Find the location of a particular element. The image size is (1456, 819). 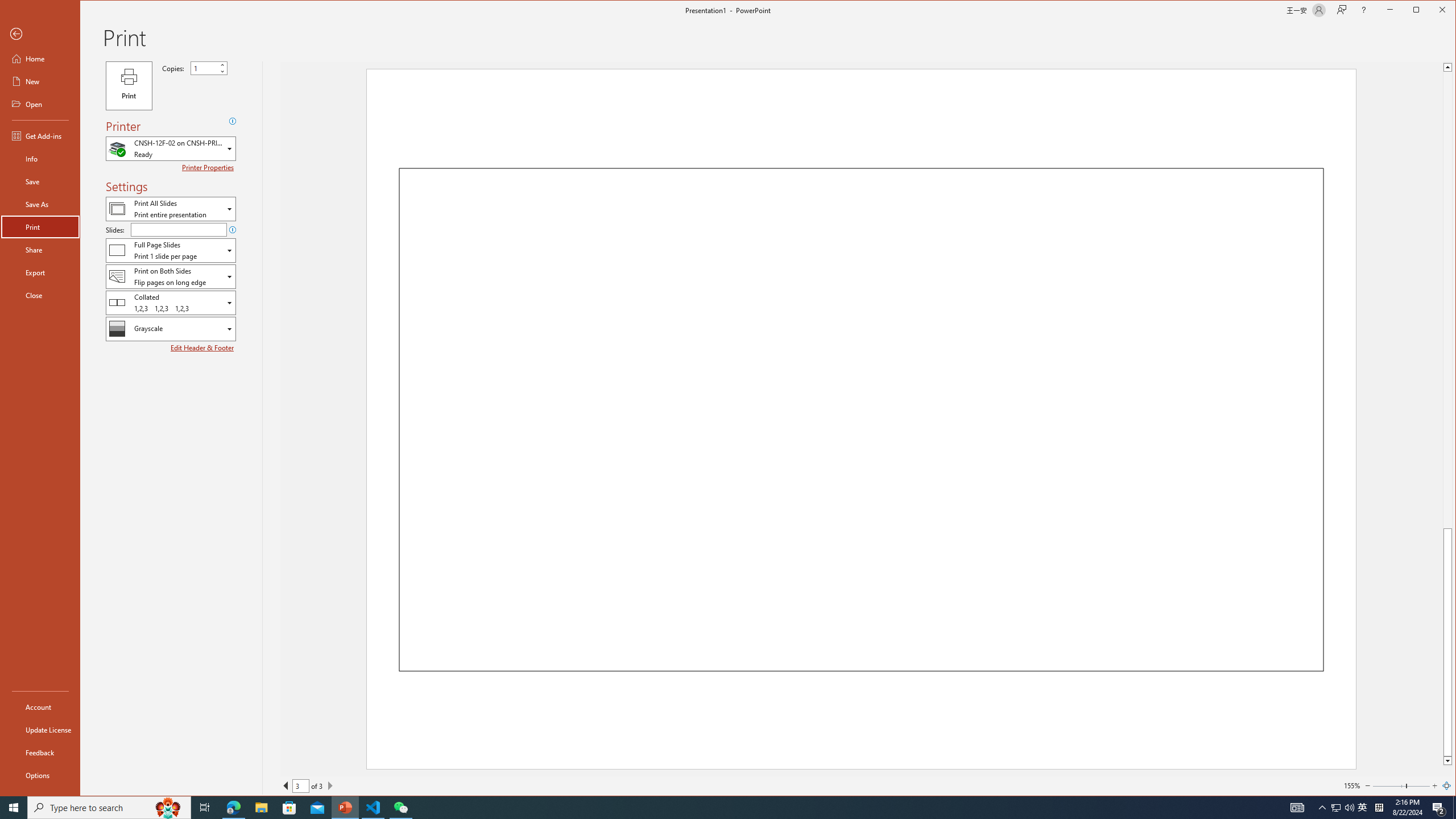

'Info' is located at coordinates (39, 159).